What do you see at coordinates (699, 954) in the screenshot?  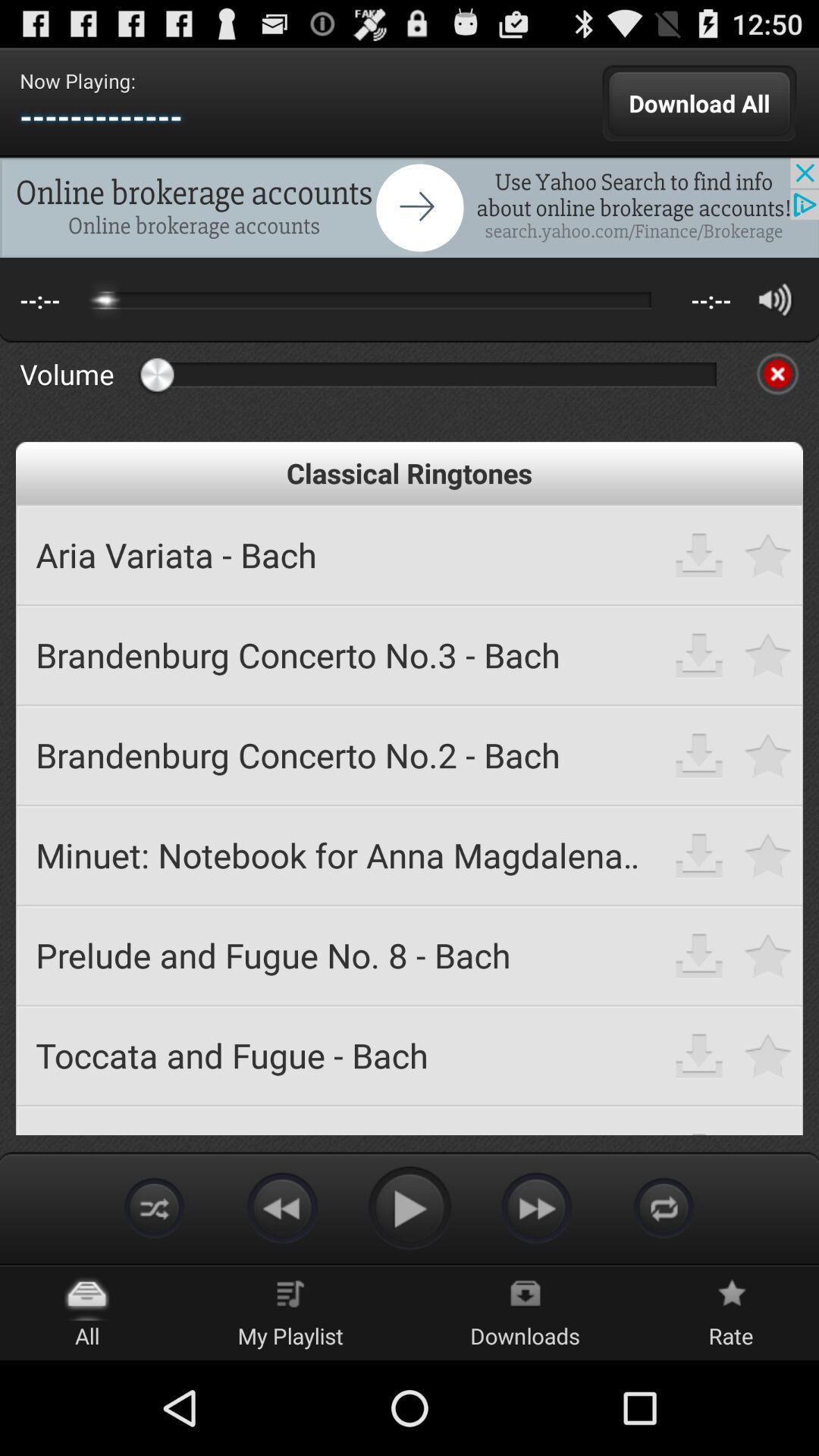 I see `download prelude and fugue` at bounding box center [699, 954].